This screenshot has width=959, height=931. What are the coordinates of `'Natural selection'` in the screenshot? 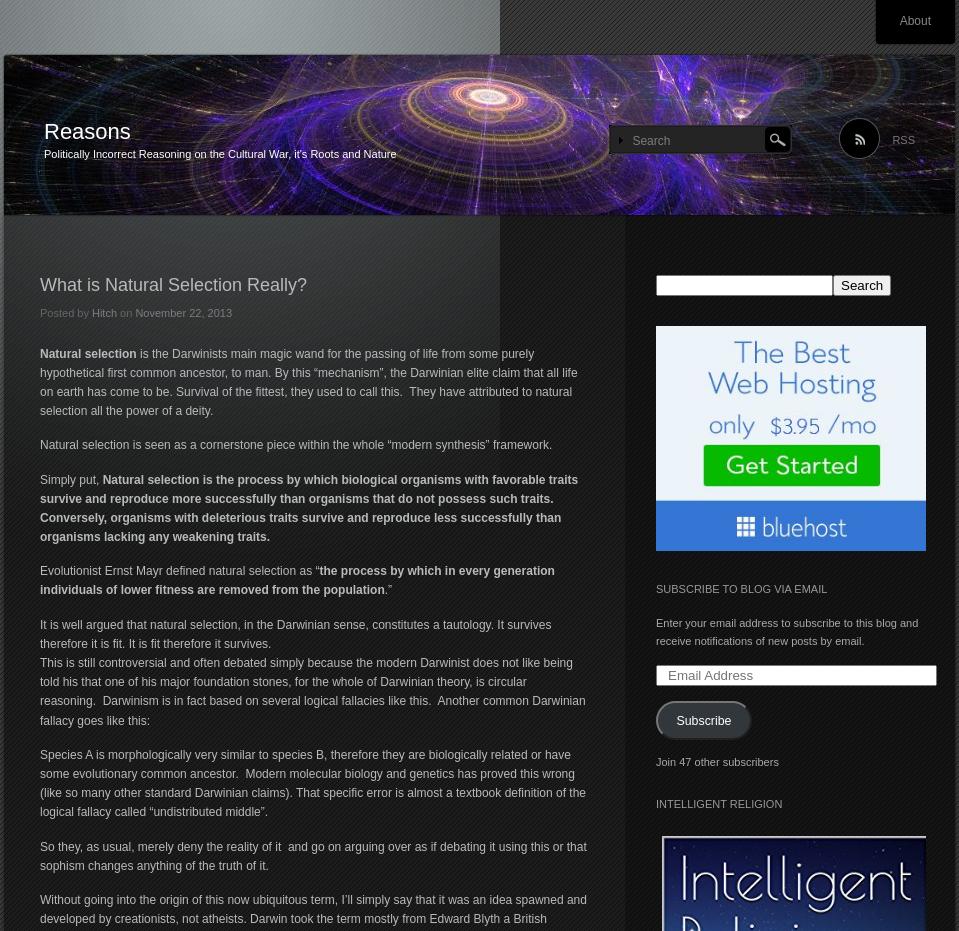 It's located at (88, 353).